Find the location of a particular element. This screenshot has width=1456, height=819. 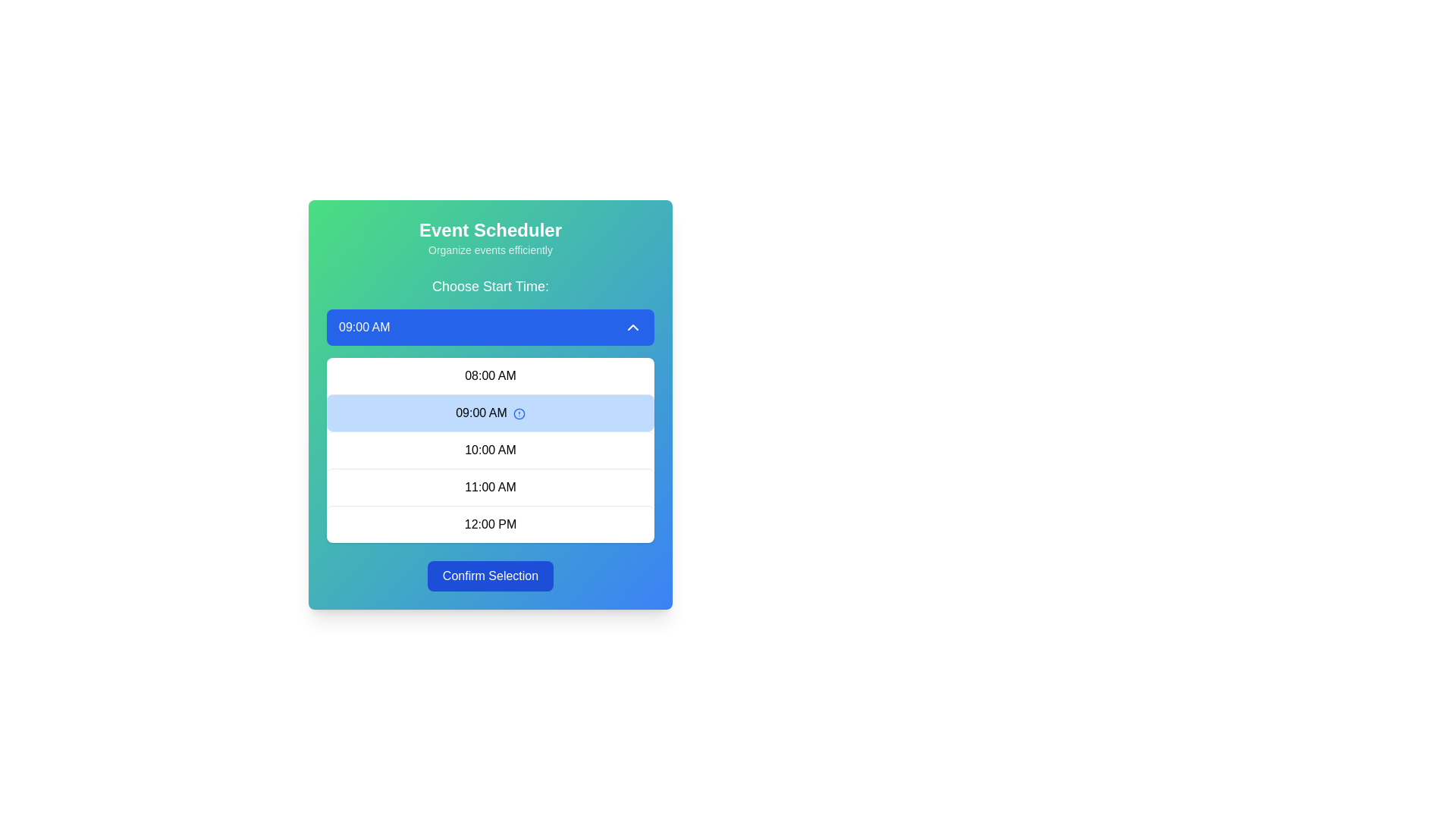

the Dropdown Selection Button labeled '09:00 AM' with a blue background is located at coordinates (491, 327).